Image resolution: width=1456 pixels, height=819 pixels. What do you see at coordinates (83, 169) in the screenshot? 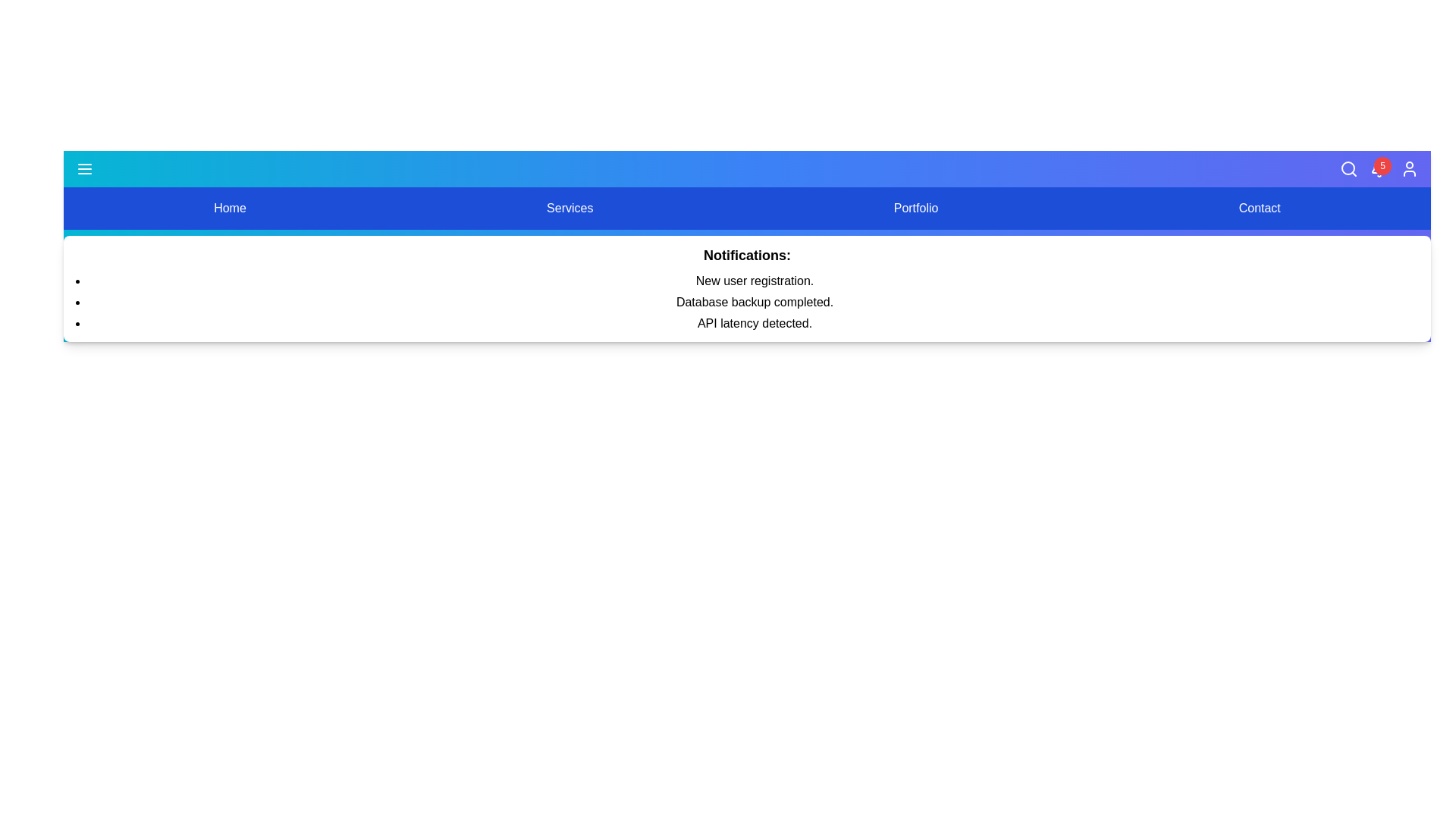
I see `the menu icon button to toggle the menu visibility` at bounding box center [83, 169].